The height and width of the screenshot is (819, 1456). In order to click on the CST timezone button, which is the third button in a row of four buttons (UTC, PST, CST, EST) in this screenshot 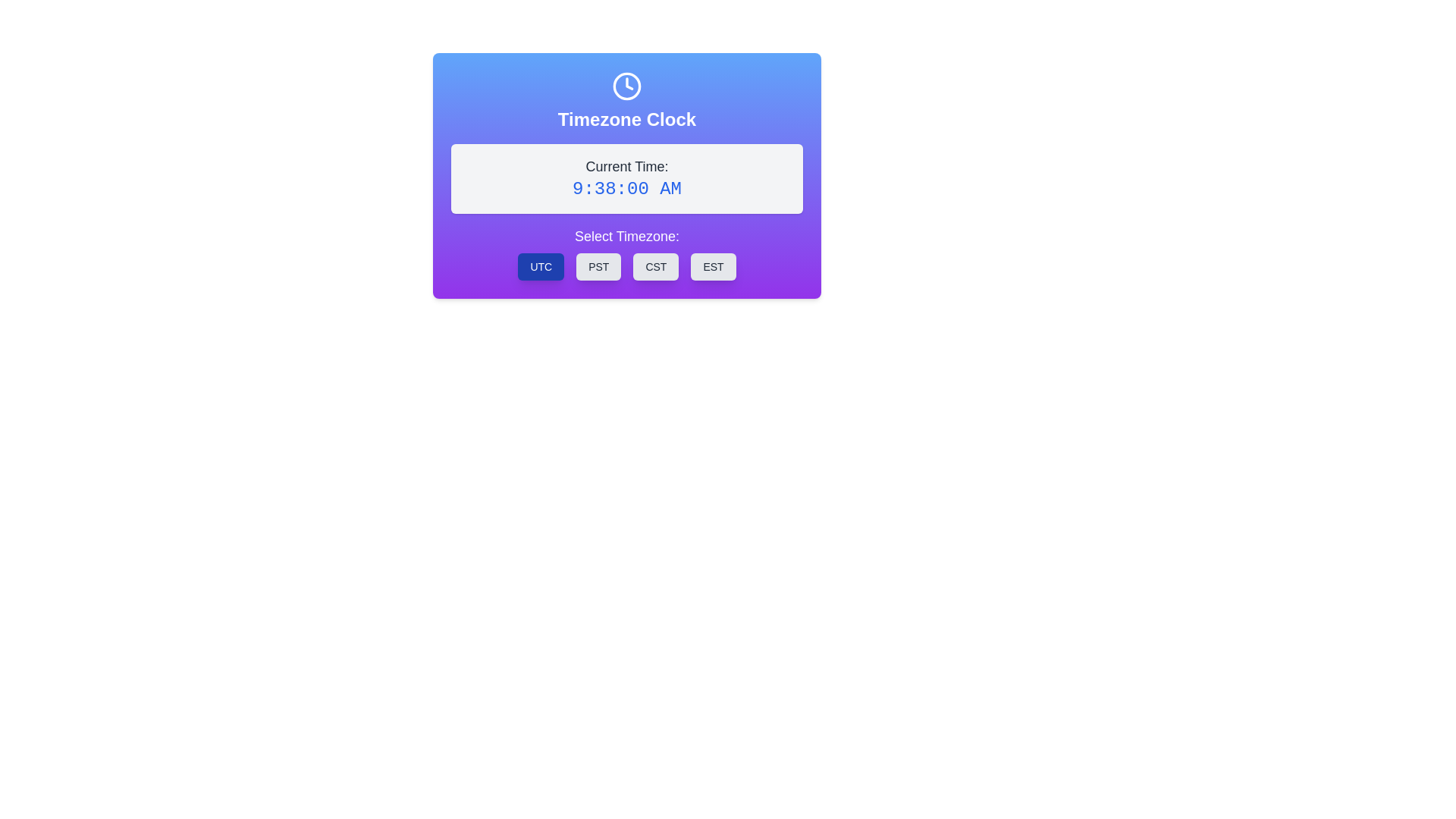, I will do `click(656, 265)`.